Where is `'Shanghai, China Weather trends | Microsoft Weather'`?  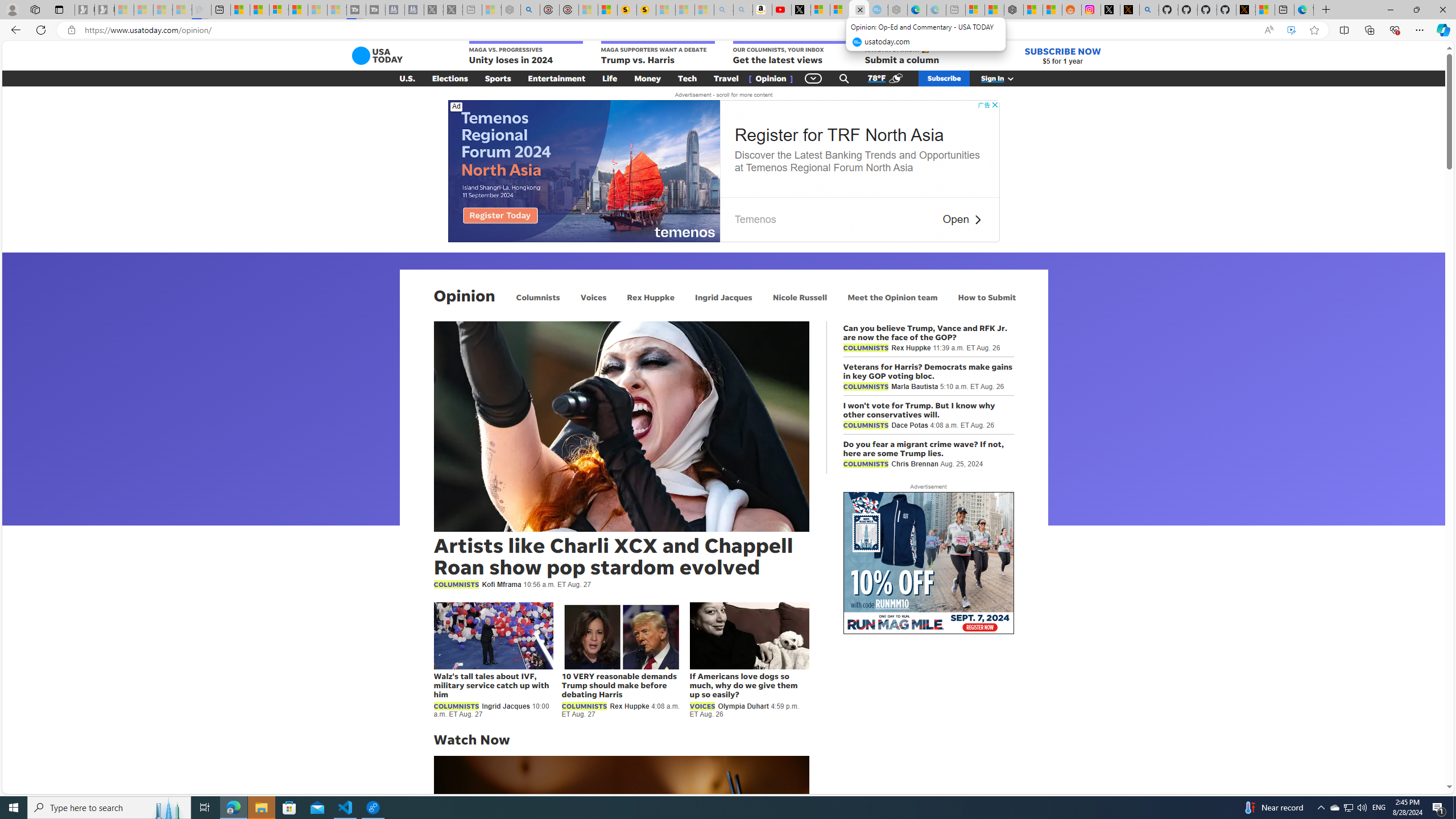
'Shanghai, China Weather trends | Microsoft Weather' is located at coordinates (1052, 9).